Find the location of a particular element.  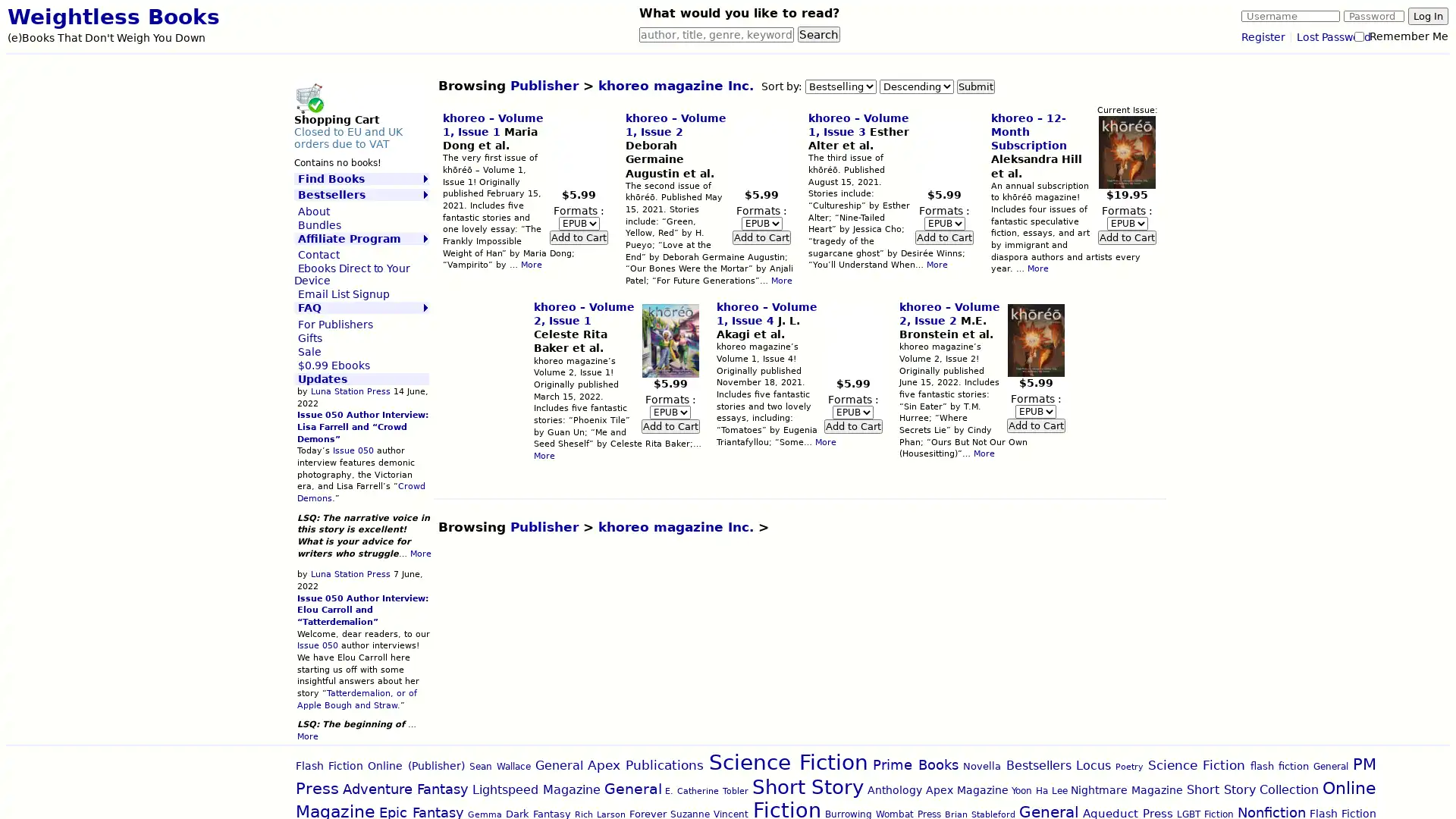

Shopping Cart is located at coordinates (308, 97).